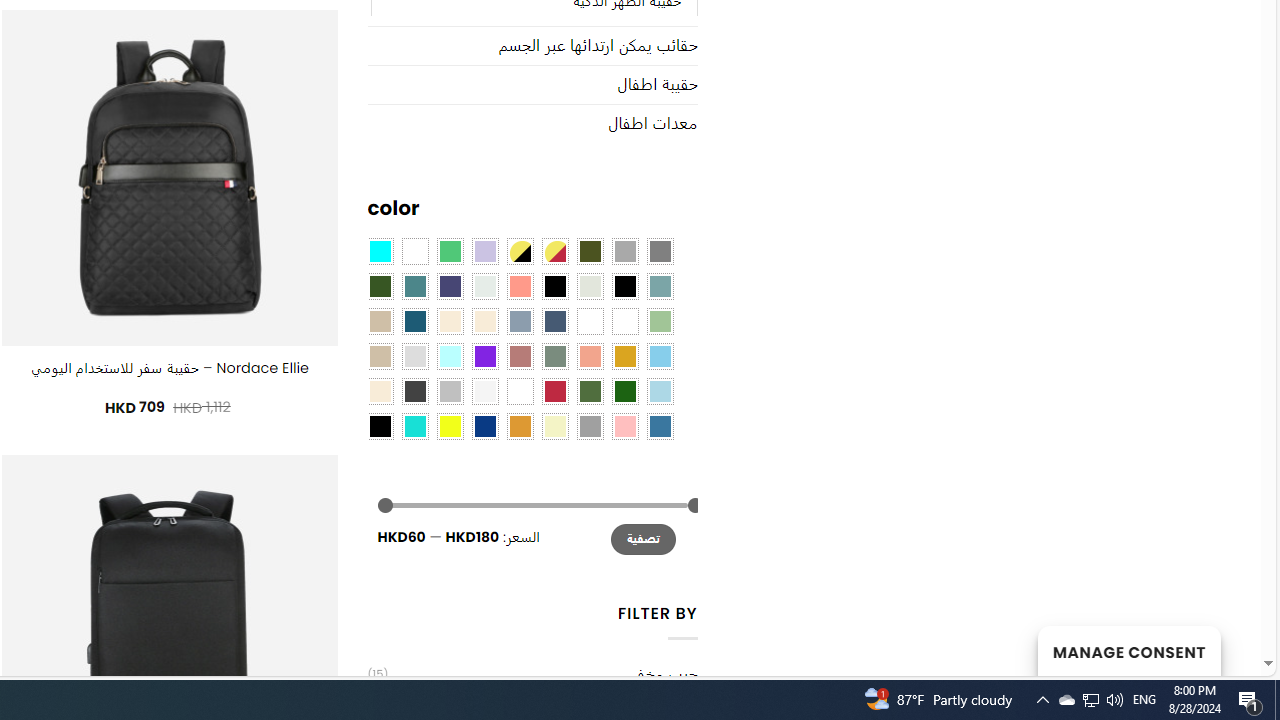 The height and width of the screenshot is (720, 1280). Describe the element at coordinates (485, 250) in the screenshot. I see `'Light Purple'` at that location.